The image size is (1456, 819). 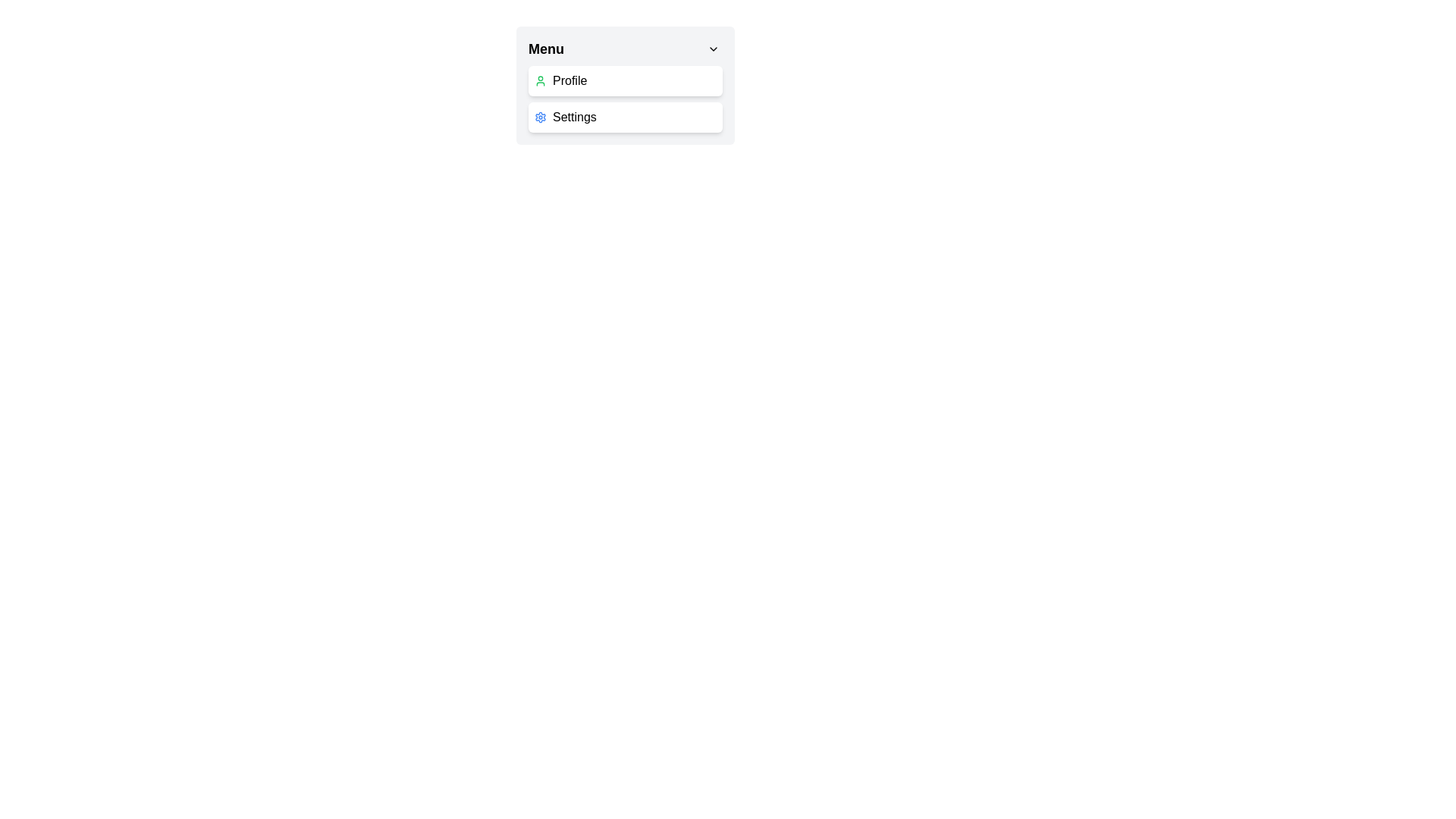 I want to click on the 'Settings' icon, which is located to the left of the 'Settings' menu item text, so click(x=541, y=116).